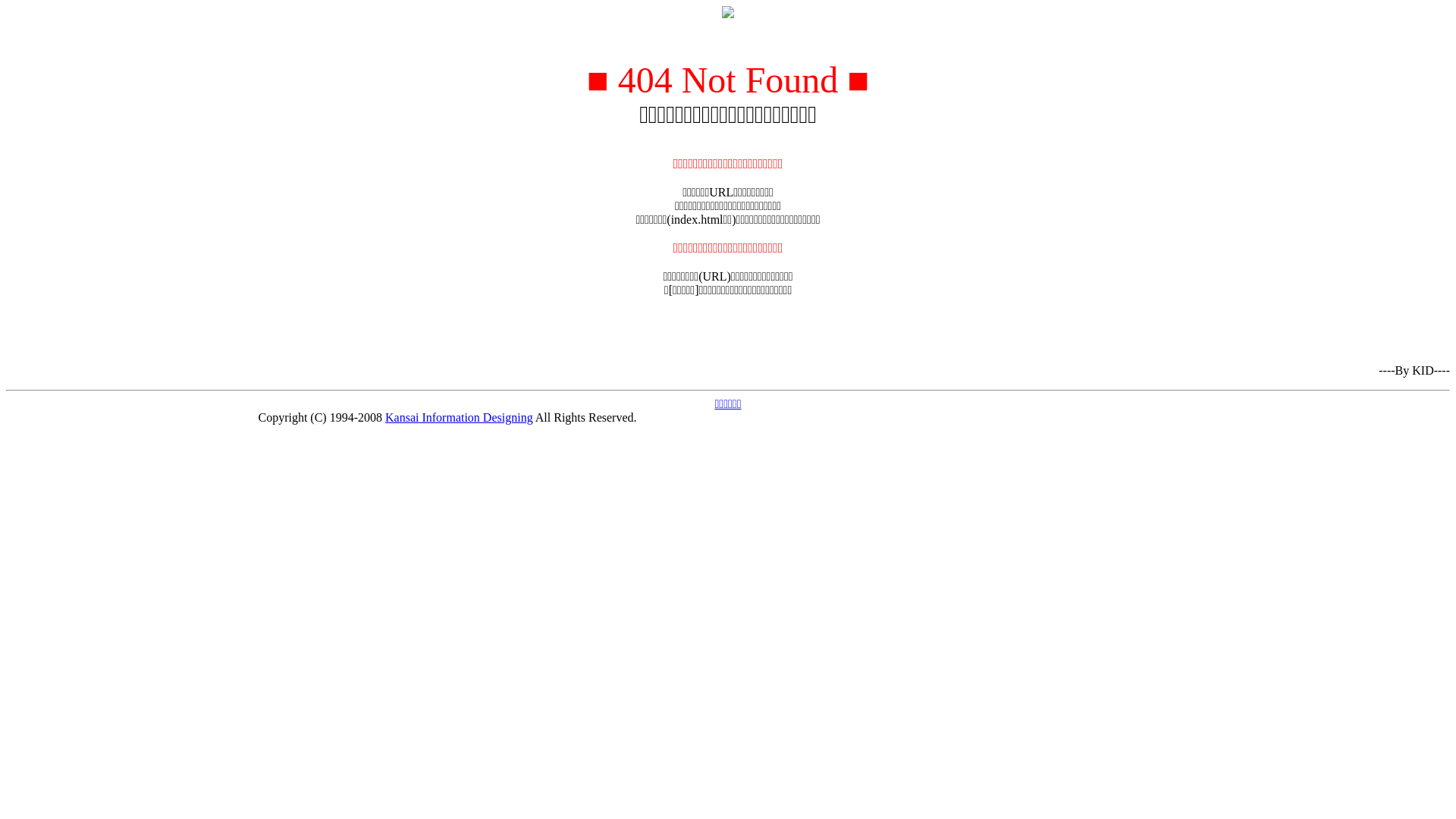 This screenshot has height=819, width=1456. What do you see at coordinates (458, 417) in the screenshot?
I see `'Kansai Information Designing'` at bounding box center [458, 417].